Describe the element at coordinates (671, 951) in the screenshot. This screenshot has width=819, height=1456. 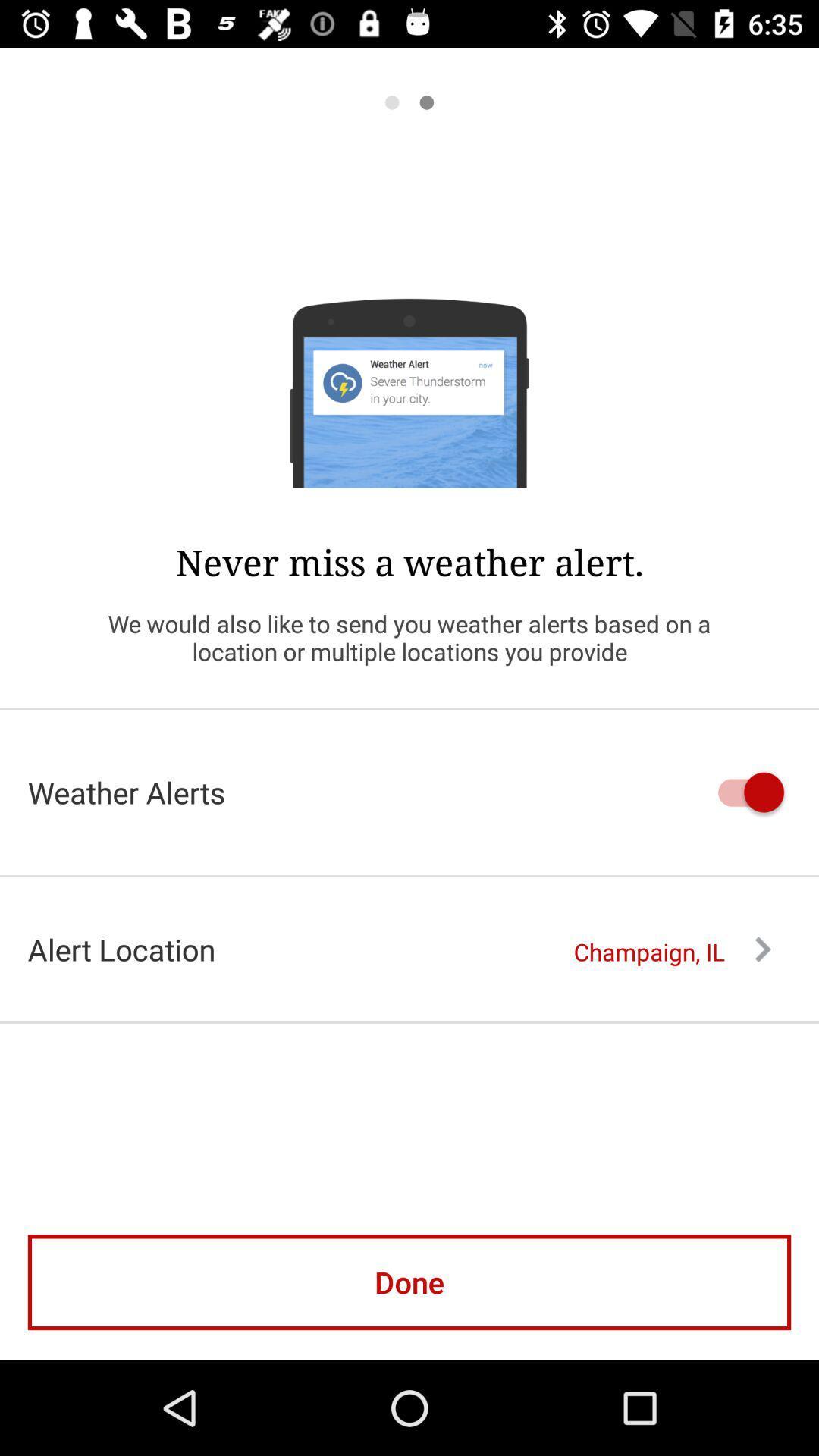
I see `the item next to the alert location item` at that location.